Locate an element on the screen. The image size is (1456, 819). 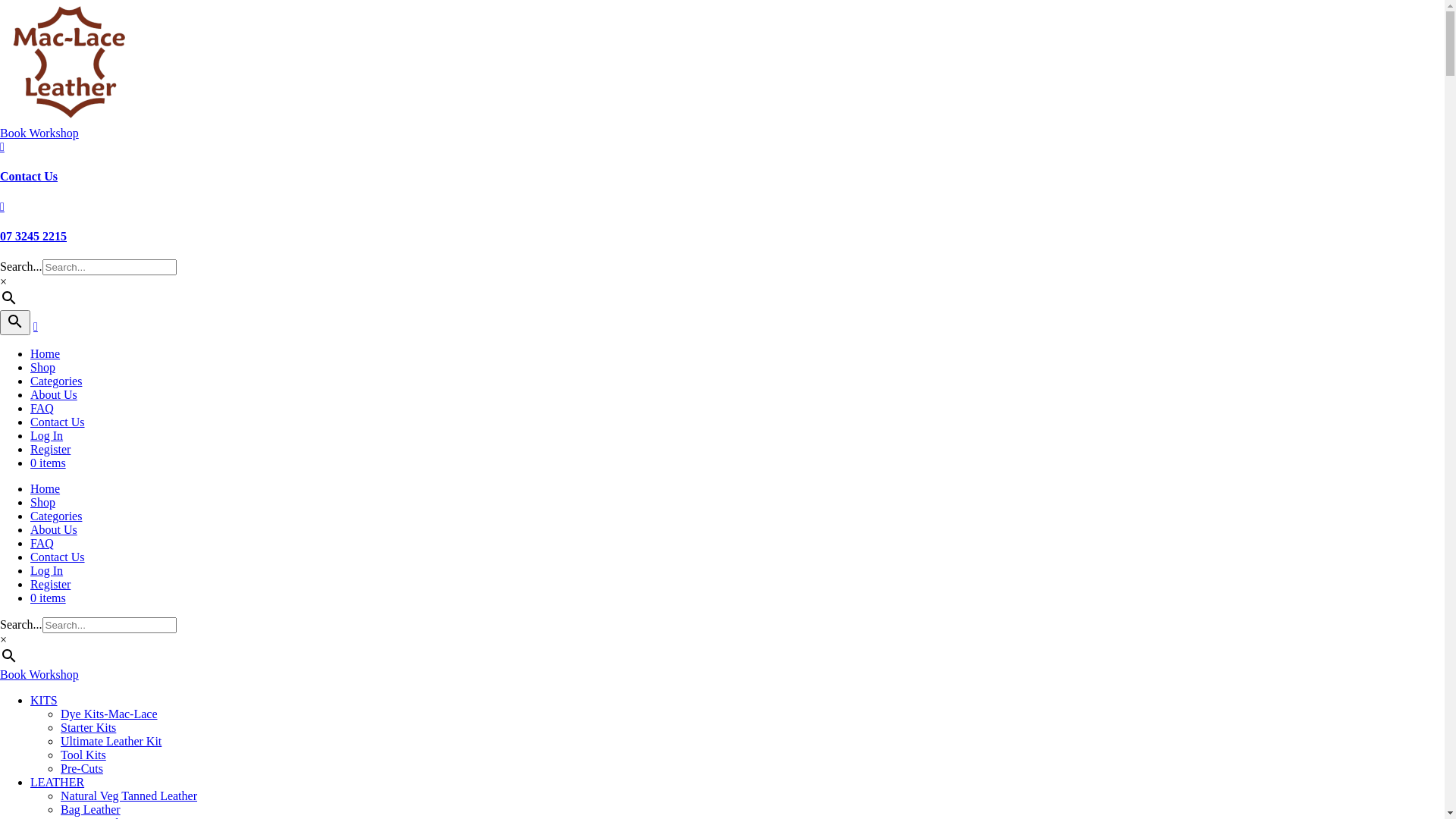
'Categories' is located at coordinates (55, 515).